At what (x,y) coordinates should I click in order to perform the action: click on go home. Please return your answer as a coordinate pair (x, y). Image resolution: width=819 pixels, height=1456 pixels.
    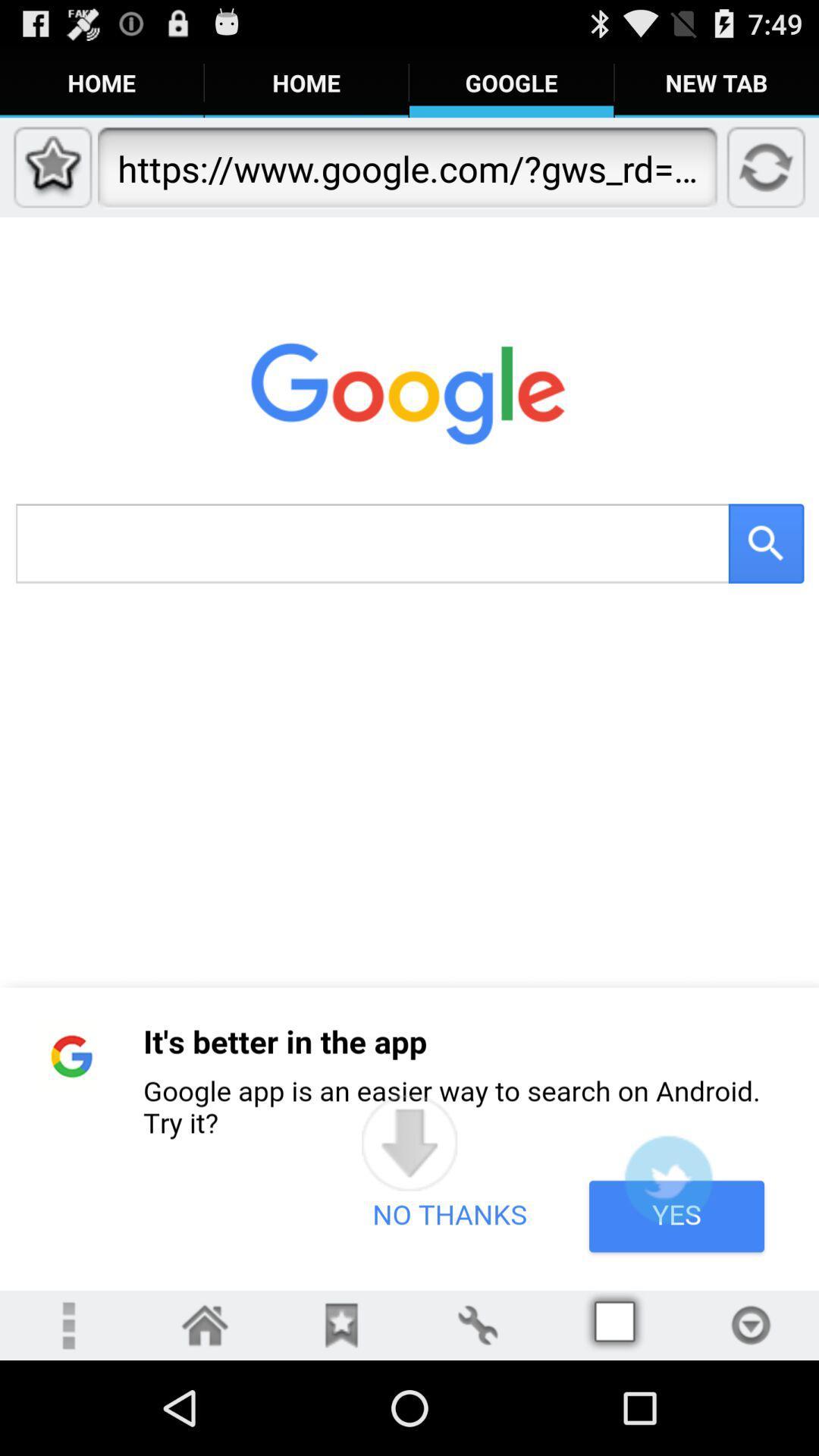
    Looking at the image, I should click on (205, 1324).